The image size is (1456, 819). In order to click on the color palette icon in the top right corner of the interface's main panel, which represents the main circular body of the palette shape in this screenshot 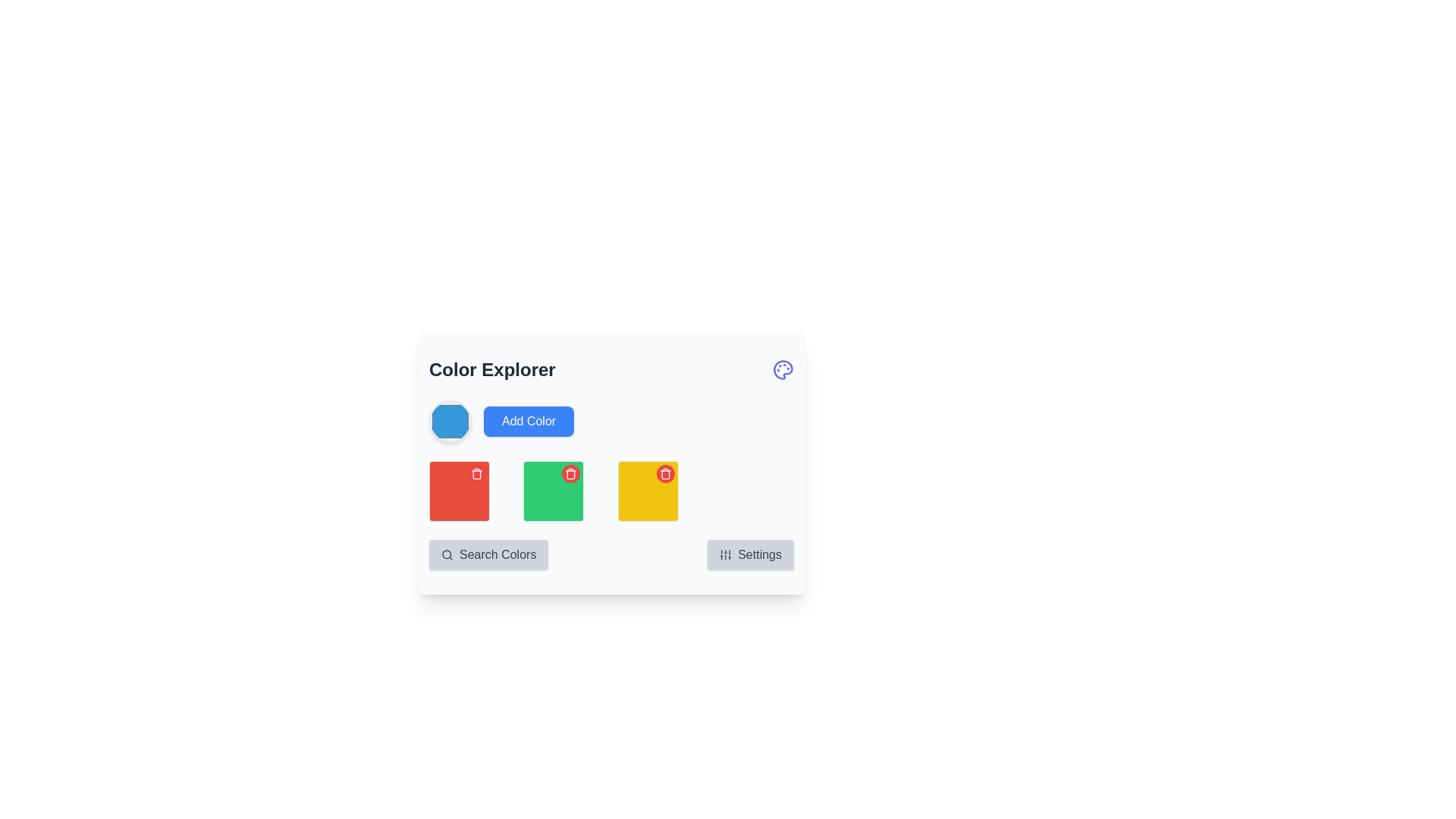, I will do `click(783, 370)`.